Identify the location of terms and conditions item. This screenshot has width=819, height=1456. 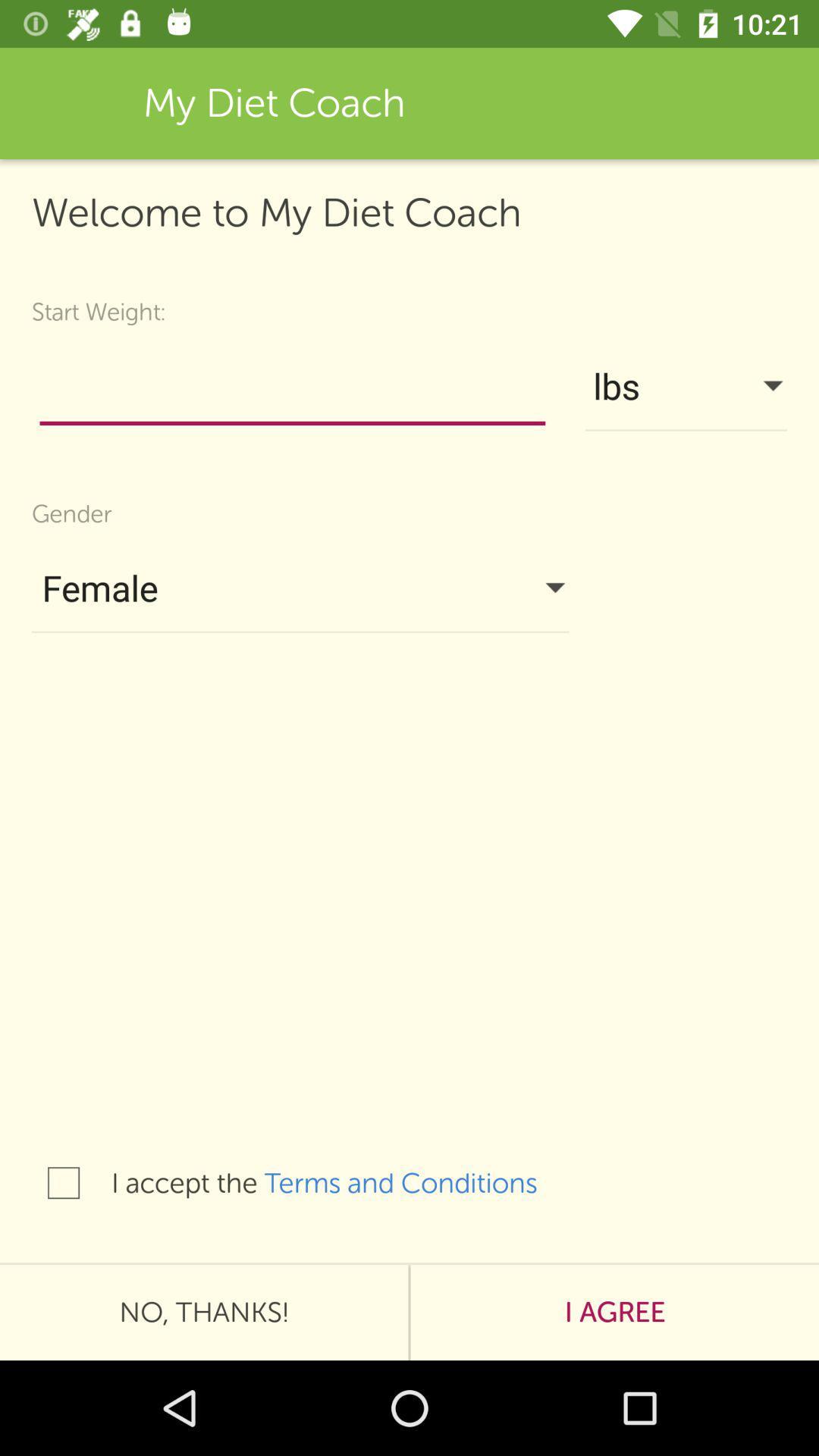
(416, 1182).